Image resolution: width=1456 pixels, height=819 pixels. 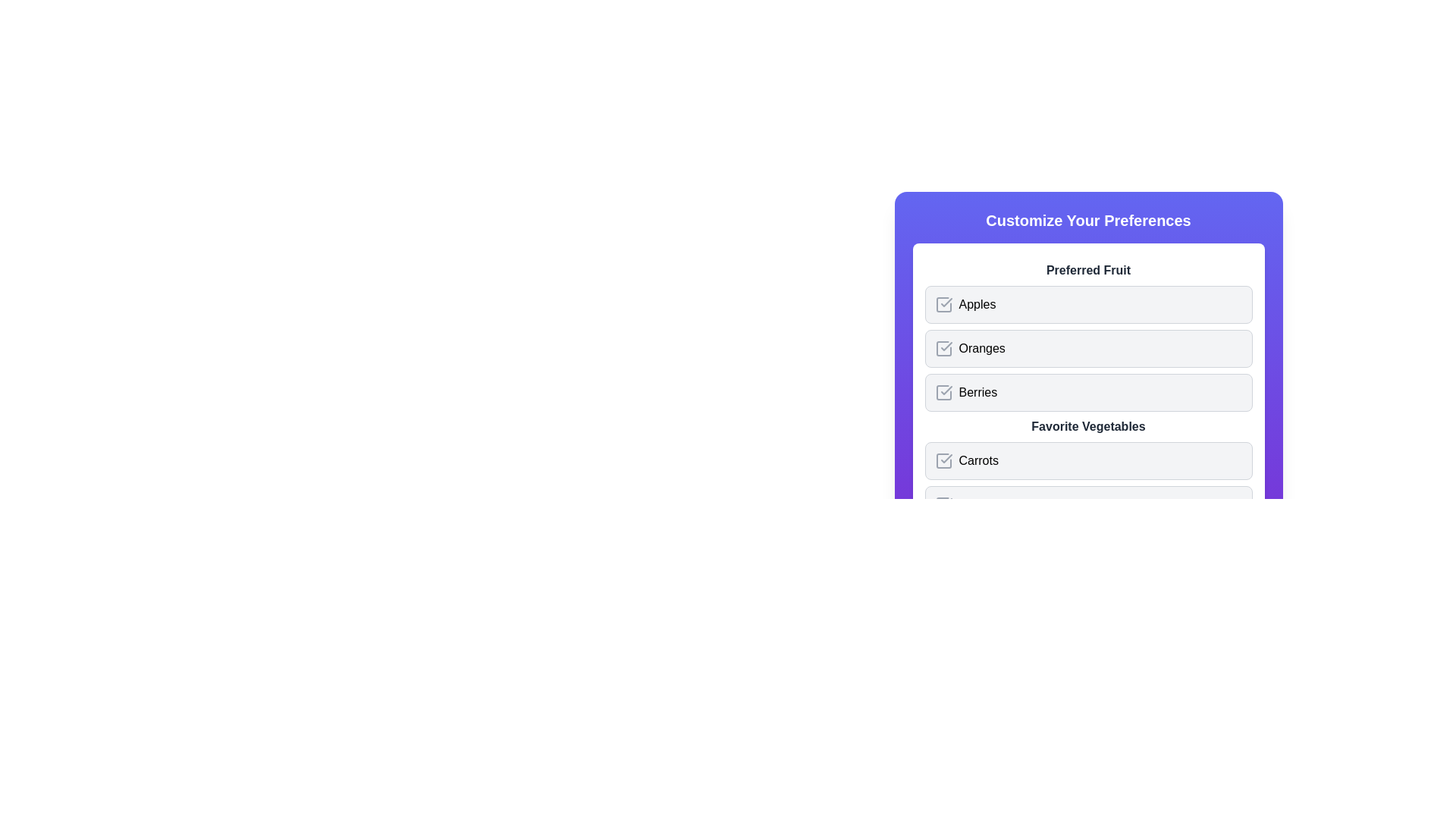 What do you see at coordinates (1087, 304) in the screenshot?
I see `the checkbox list item labeled 'Apples'` at bounding box center [1087, 304].